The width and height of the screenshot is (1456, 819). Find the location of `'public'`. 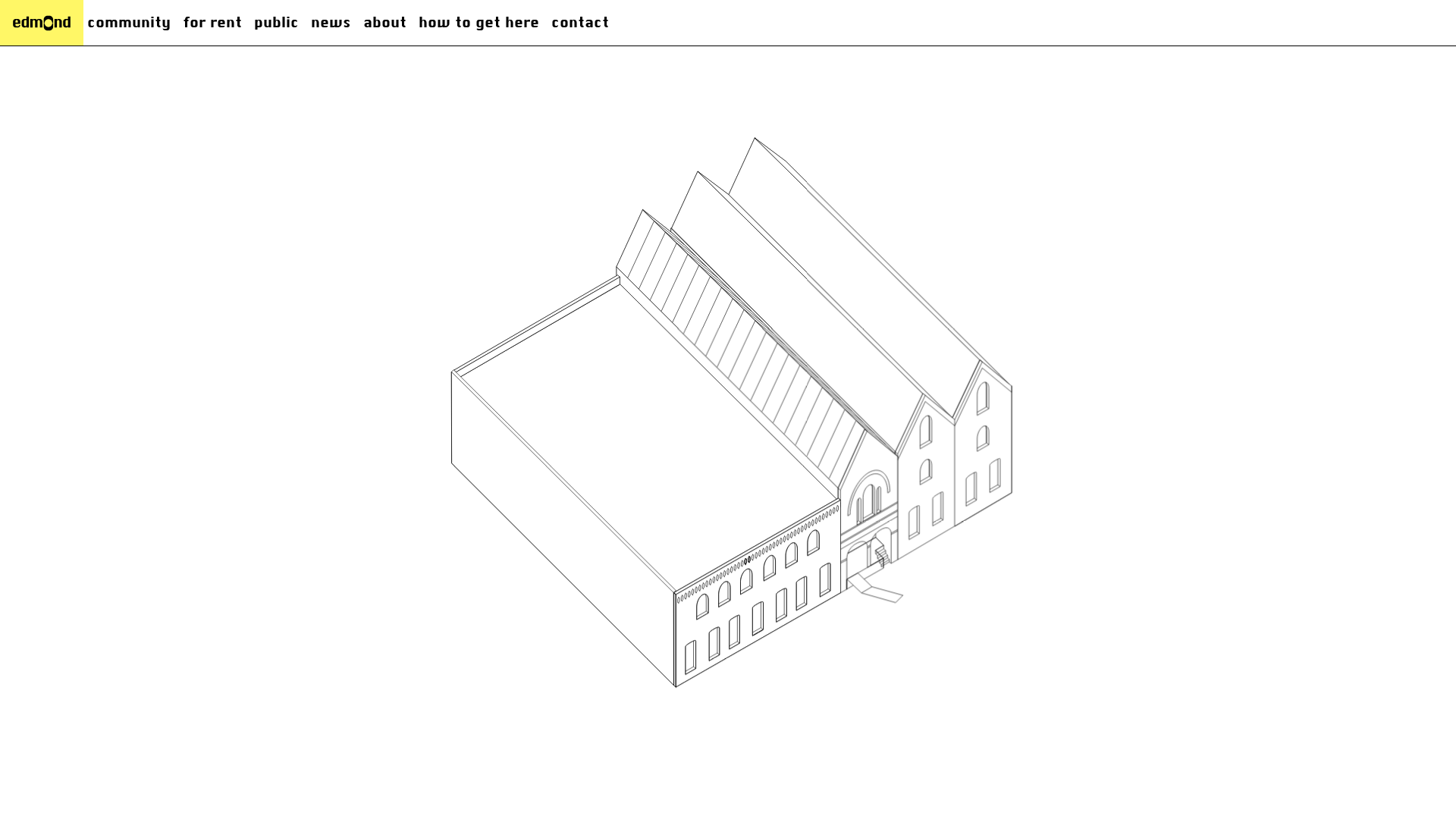

'public' is located at coordinates (276, 23).